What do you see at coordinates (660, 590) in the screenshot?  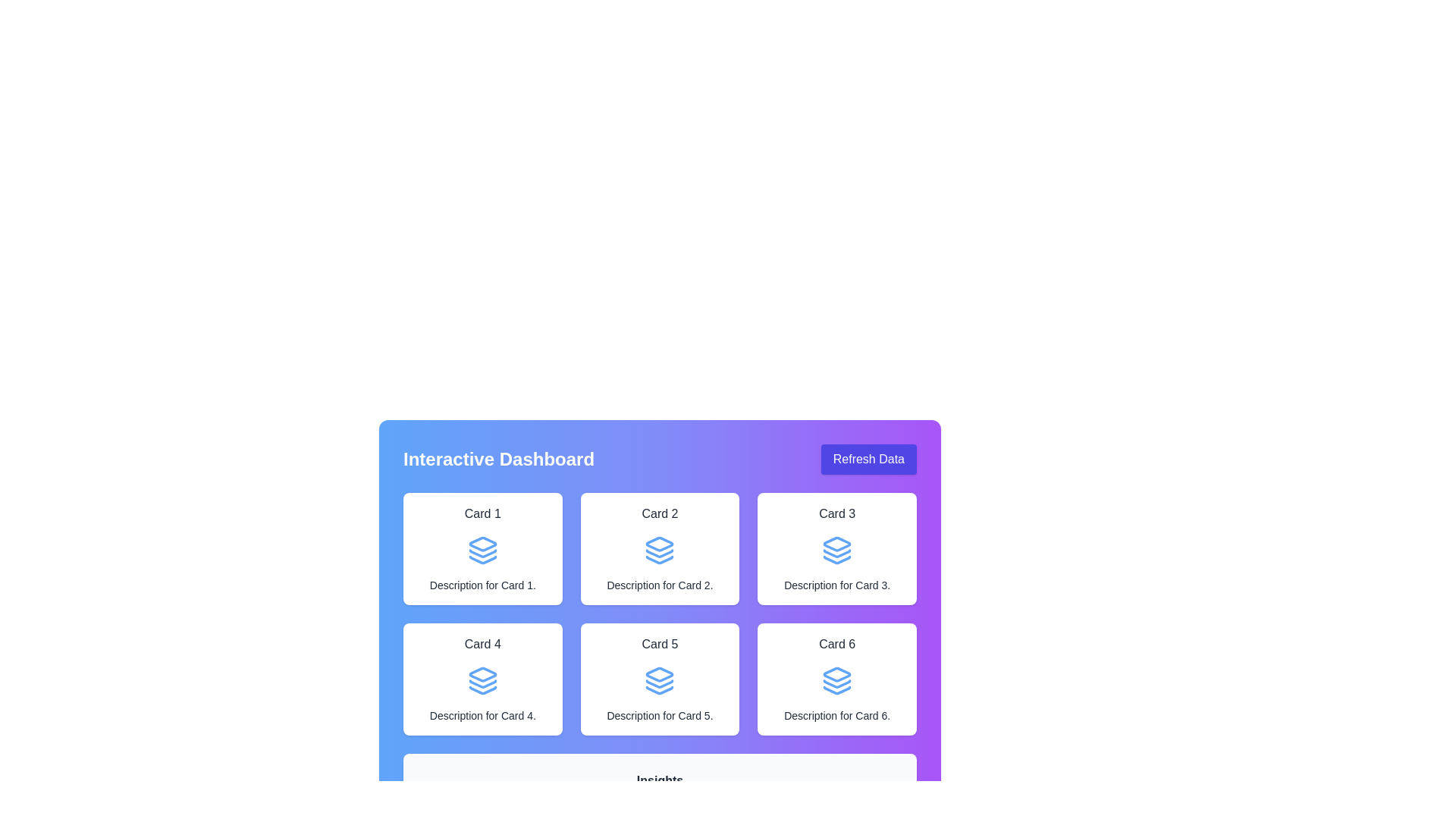 I see `on the card located in the second column of the first row under the 'Interactive Dashboard' header` at bounding box center [660, 590].